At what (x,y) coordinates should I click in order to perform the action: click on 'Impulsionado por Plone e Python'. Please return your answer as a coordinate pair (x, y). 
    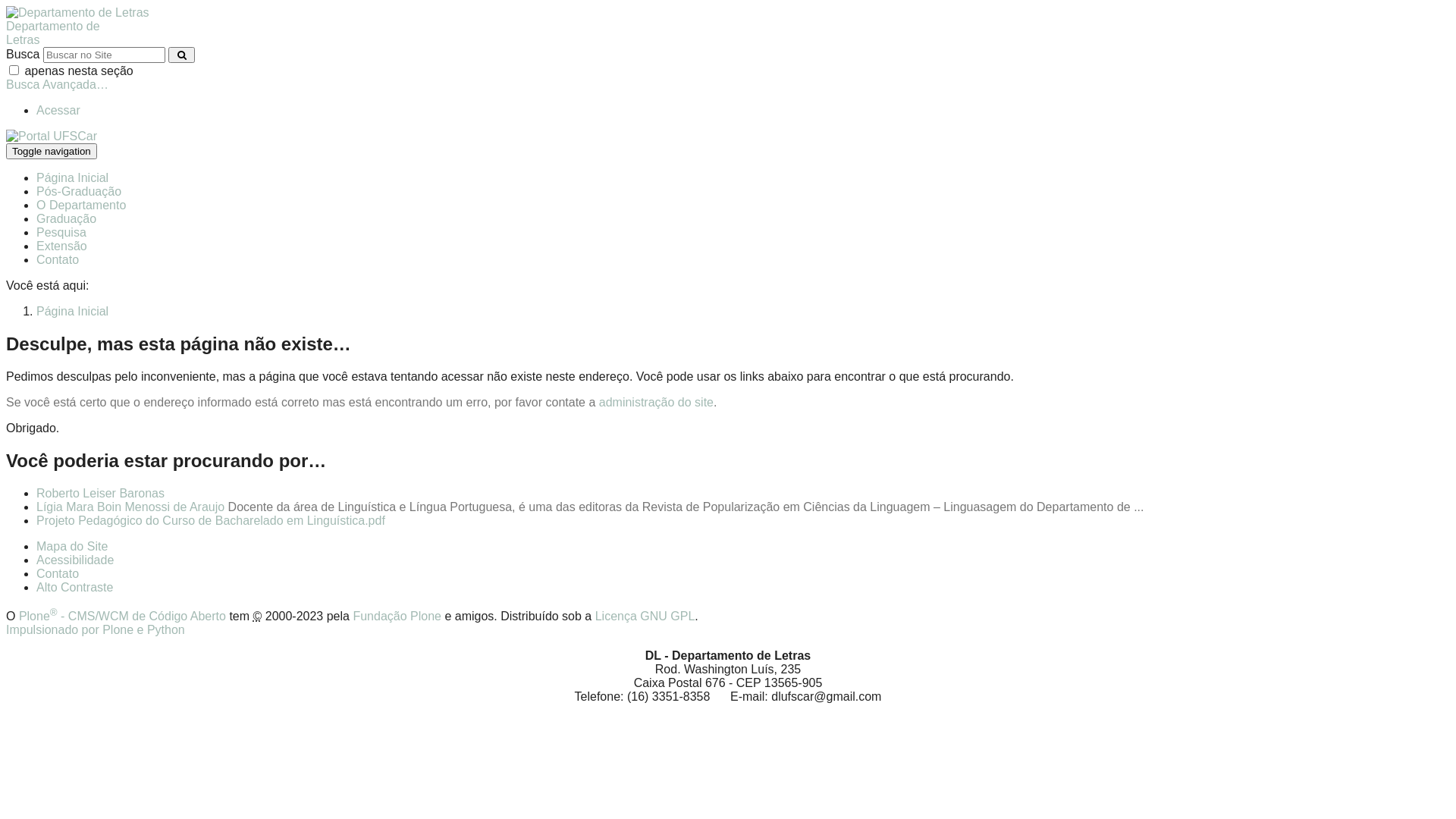
    Looking at the image, I should click on (94, 629).